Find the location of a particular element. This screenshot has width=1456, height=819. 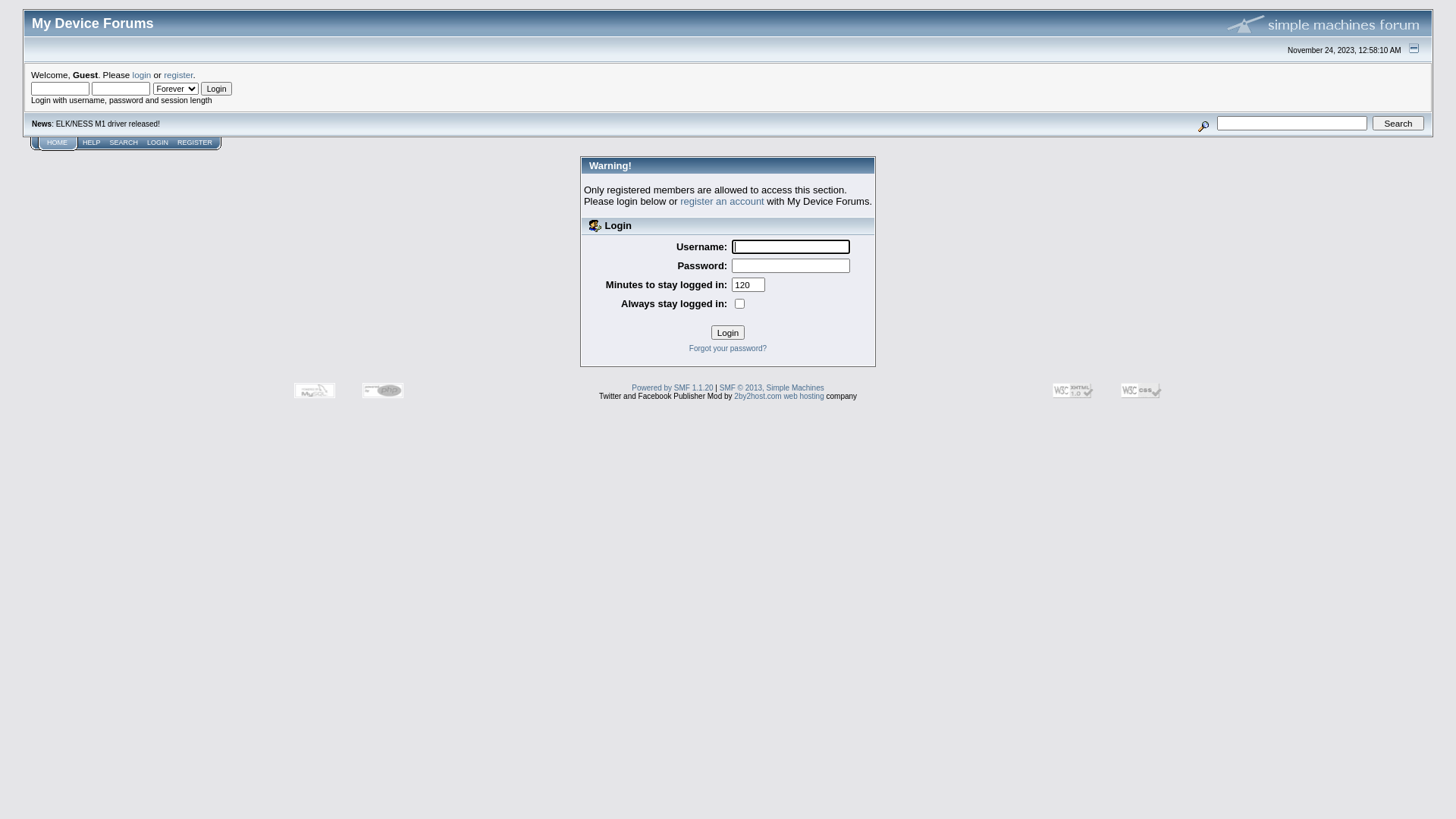

'REGISTER' is located at coordinates (194, 143).